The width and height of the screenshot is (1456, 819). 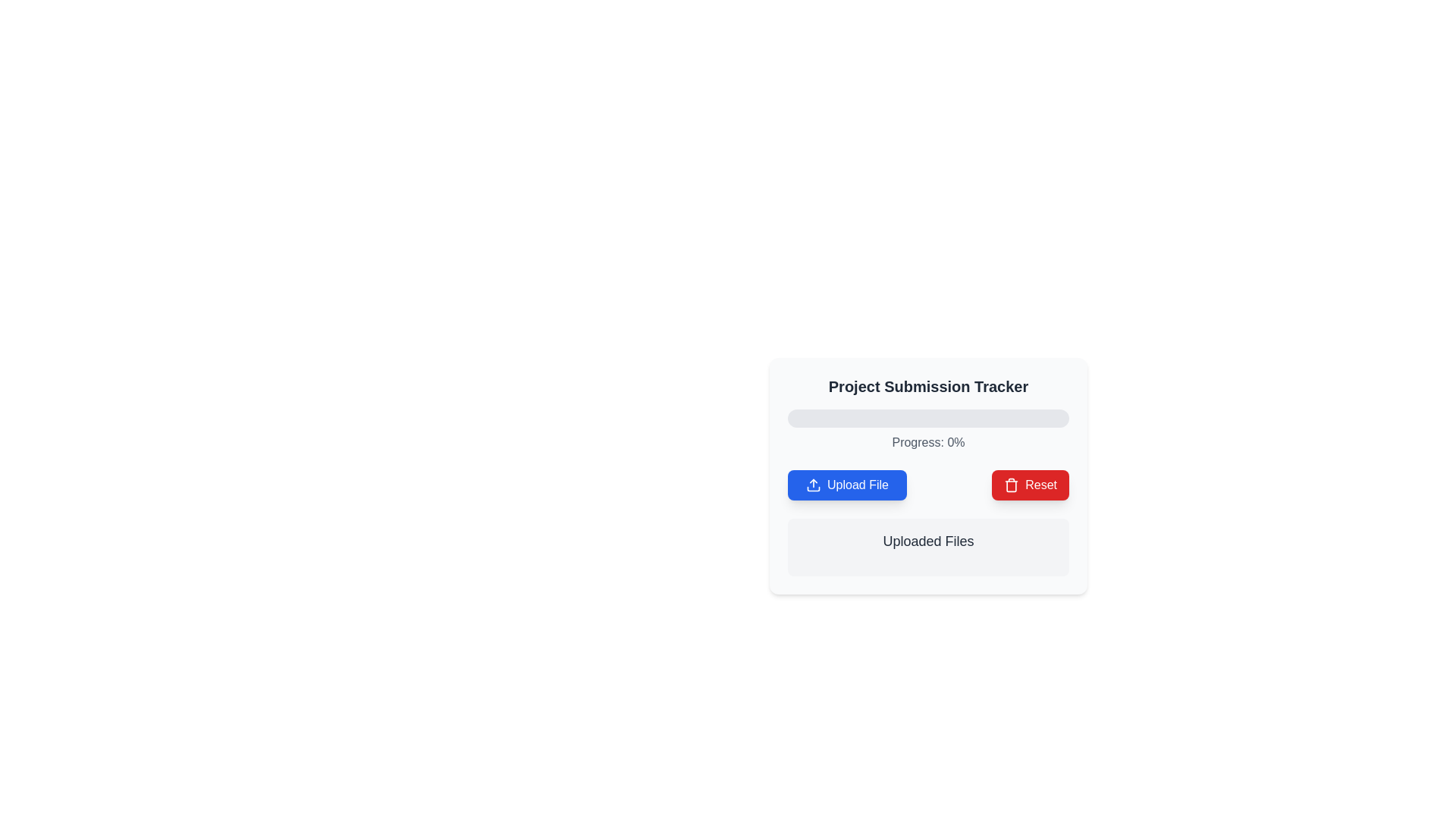 I want to click on the static text block labeled 'Uploaded Files', which has a light gray background and is positioned below the 'Upload File' and 'Reset' buttons, so click(x=927, y=547).